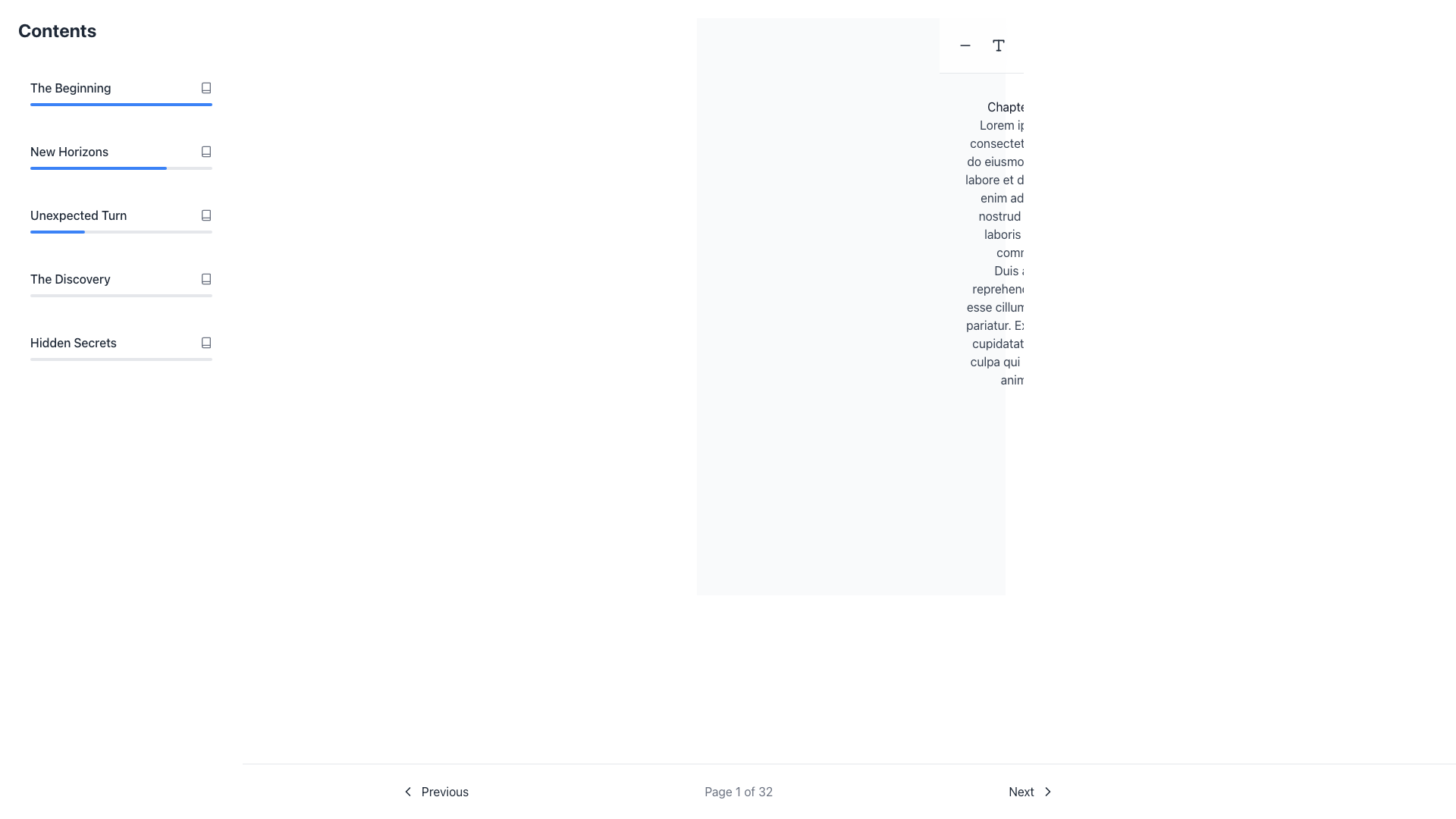 The image size is (1456, 819). Describe the element at coordinates (206, 342) in the screenshot. I see `the gray book icon located to the right of the 'Hidden Secrets' text in the left-side navigation menu` at that location.